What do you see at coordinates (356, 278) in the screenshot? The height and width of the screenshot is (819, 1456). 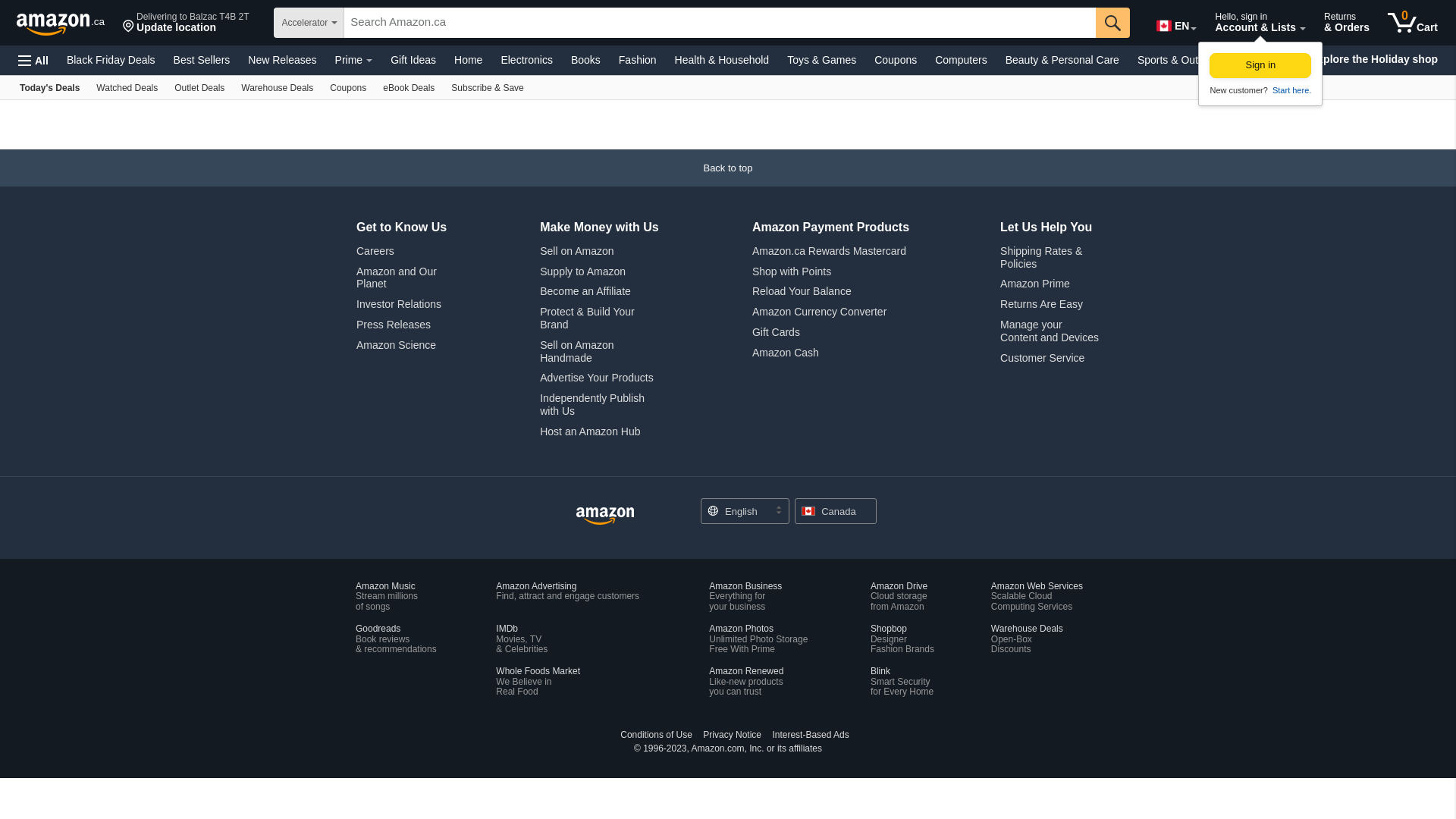 I see `'Amazon and Our Planet'` at bounding box center [356, 278].